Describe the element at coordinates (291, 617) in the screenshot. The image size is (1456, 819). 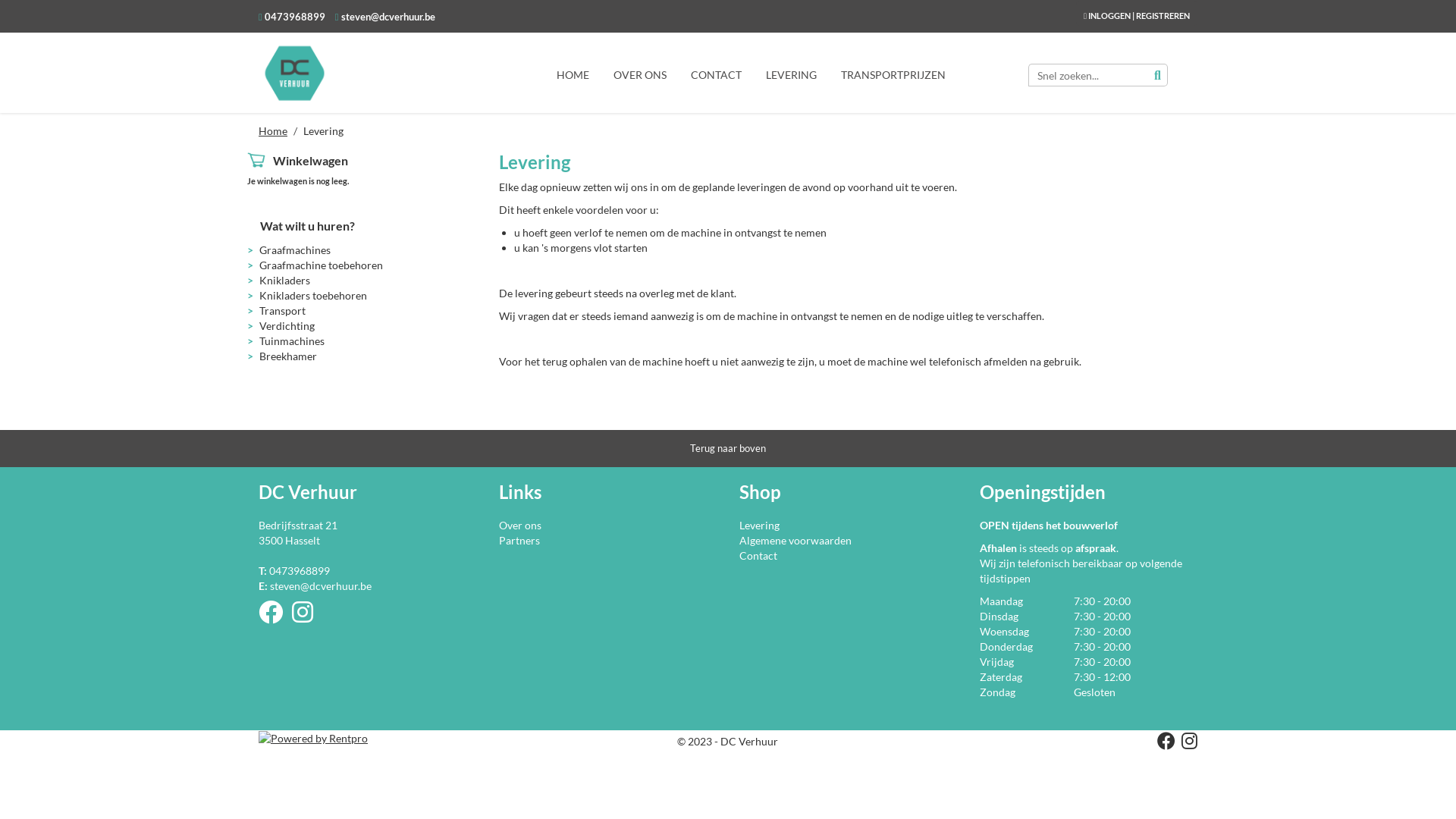
I see `'Instagram'` at that location.